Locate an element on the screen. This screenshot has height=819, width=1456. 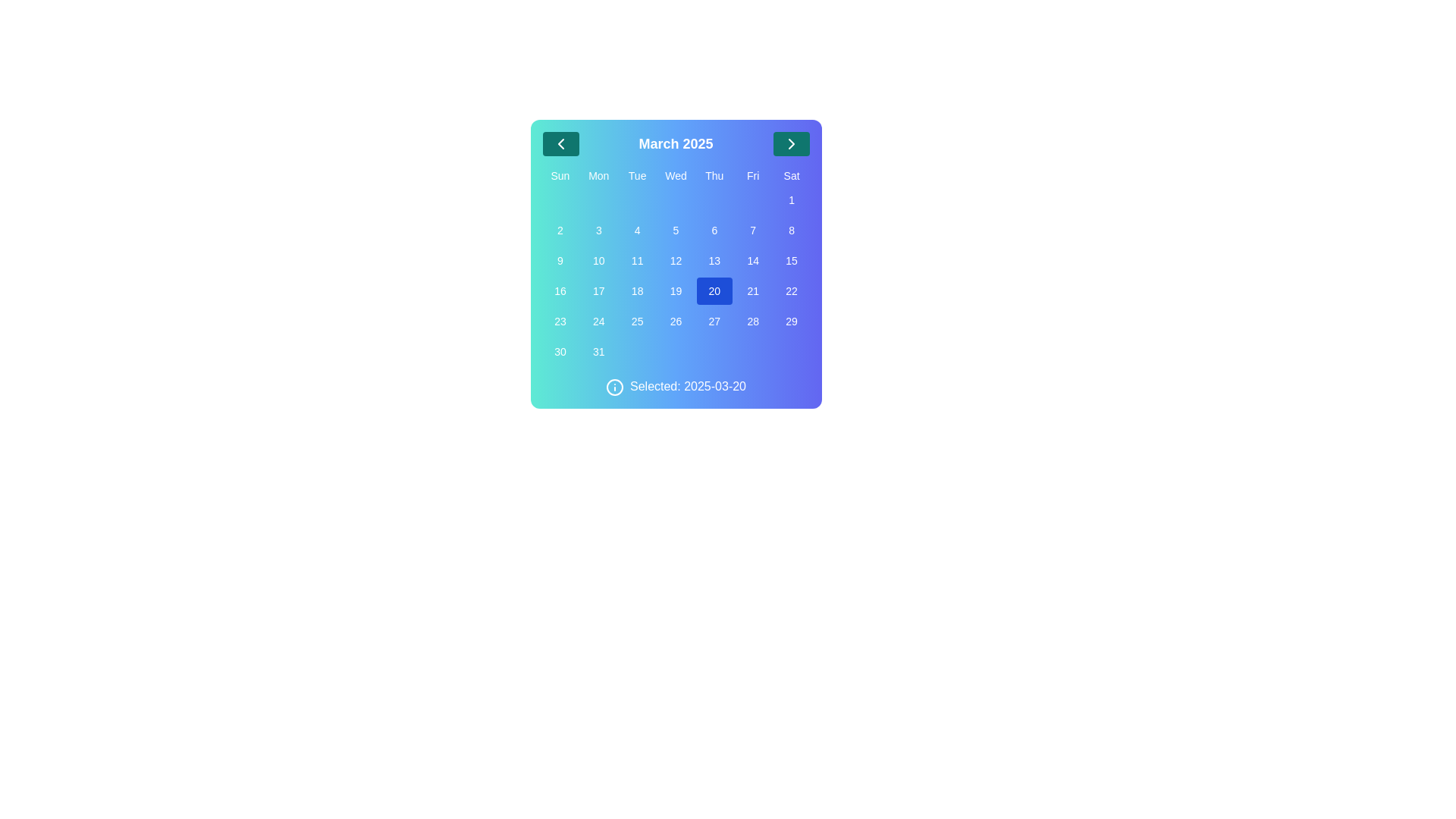
the interactive calendar day button labeled '19' with a blue background is located at coordinates (675, 291).